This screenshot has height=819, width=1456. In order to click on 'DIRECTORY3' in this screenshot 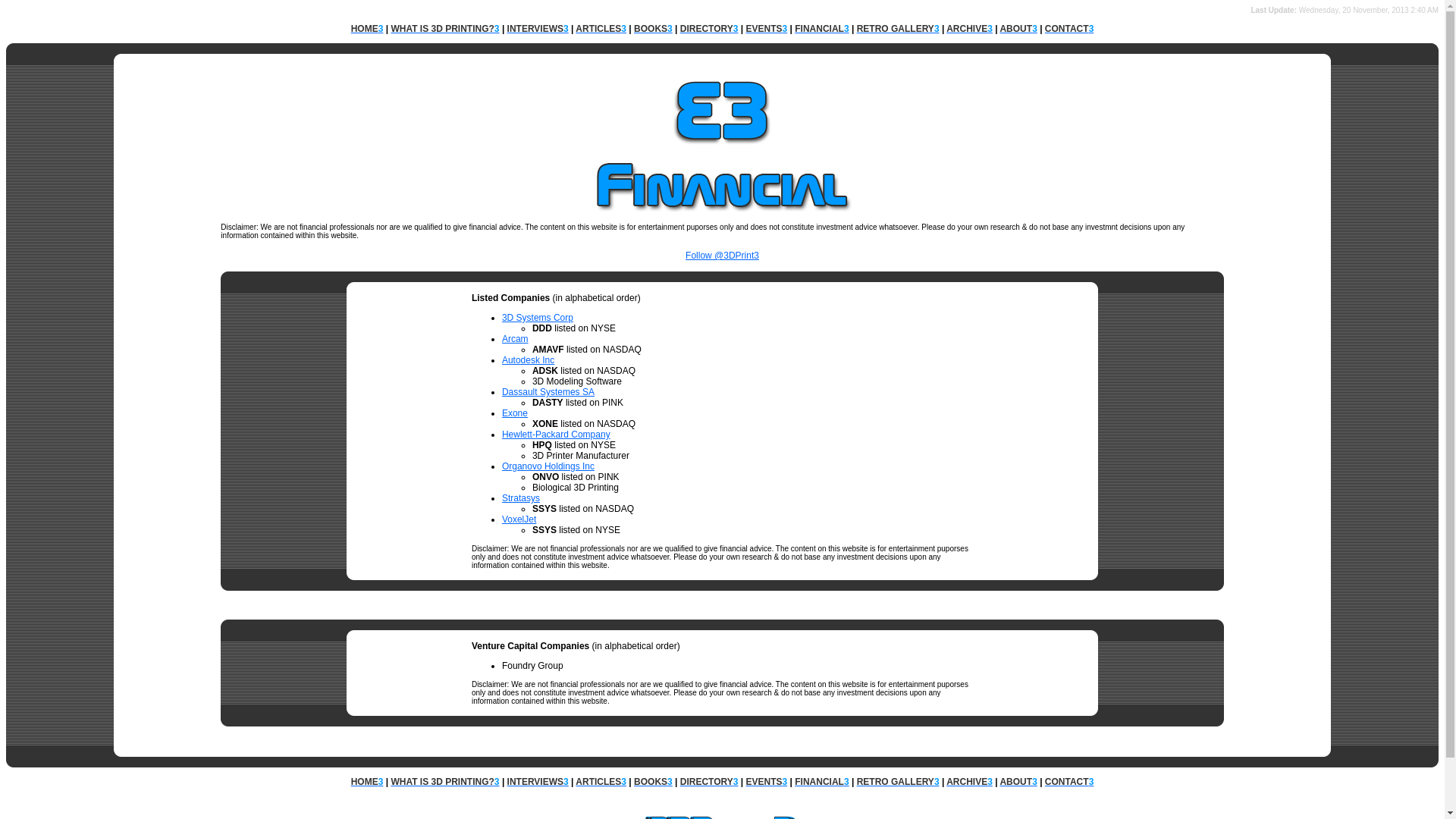, I will do `click(708, 781)`.